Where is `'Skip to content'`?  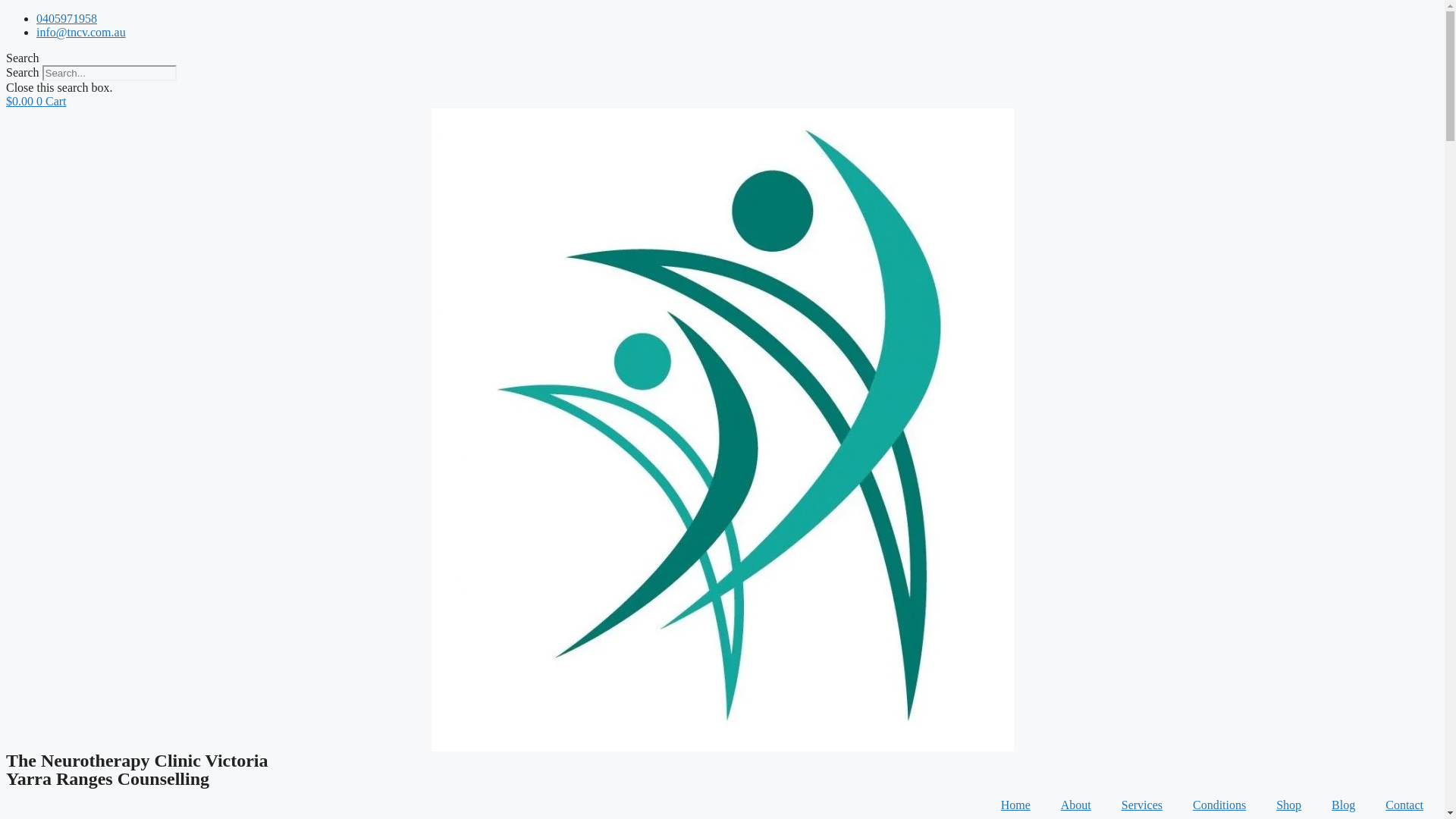 'Skip to content' is located at coordinates (5, 11).